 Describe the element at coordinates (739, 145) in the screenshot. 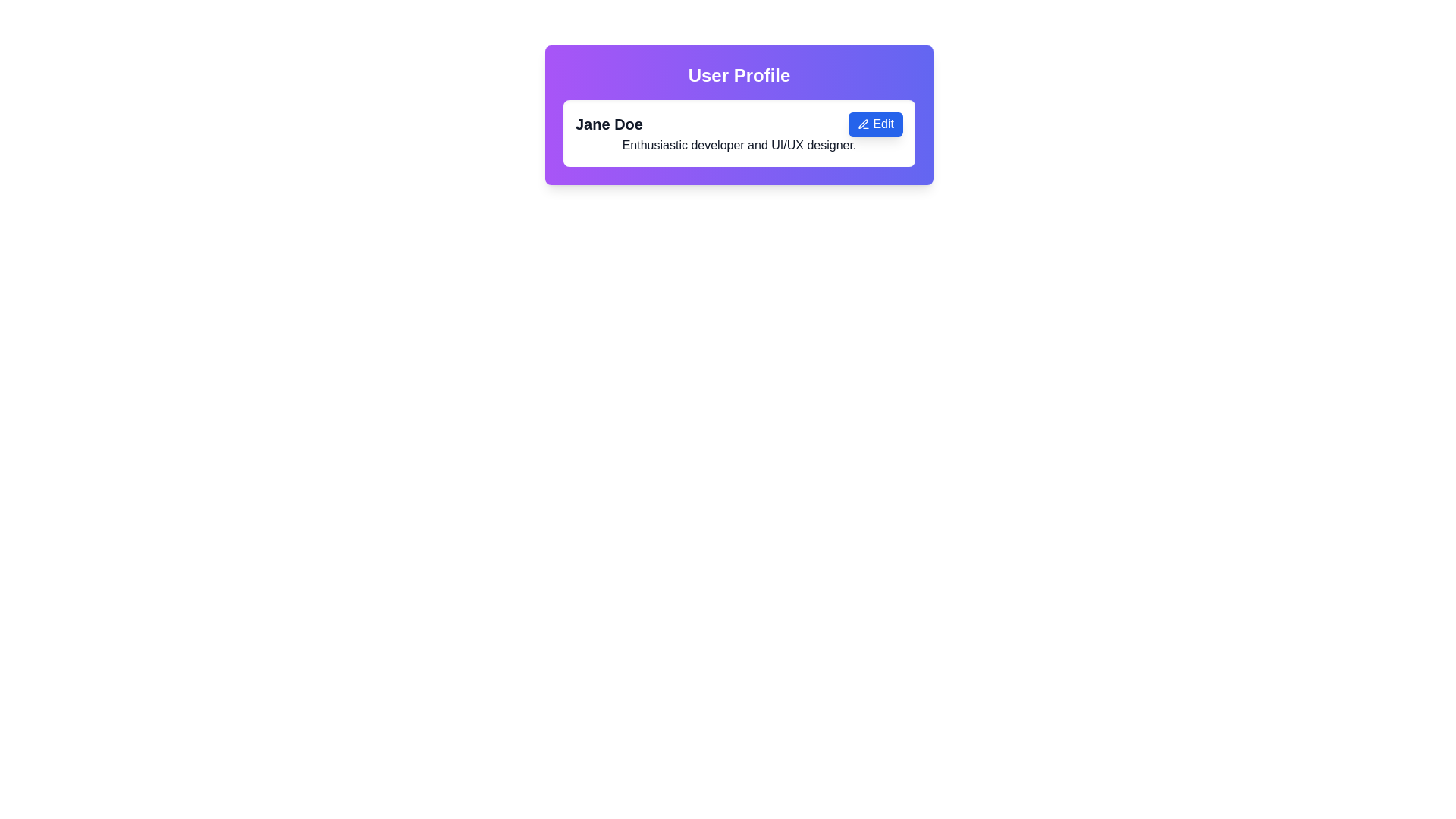

I see `the static text block containing the phrase 'Enthusiastic developer and UI/UX designer.' positioned at the bottom of the user profile card` at that location.